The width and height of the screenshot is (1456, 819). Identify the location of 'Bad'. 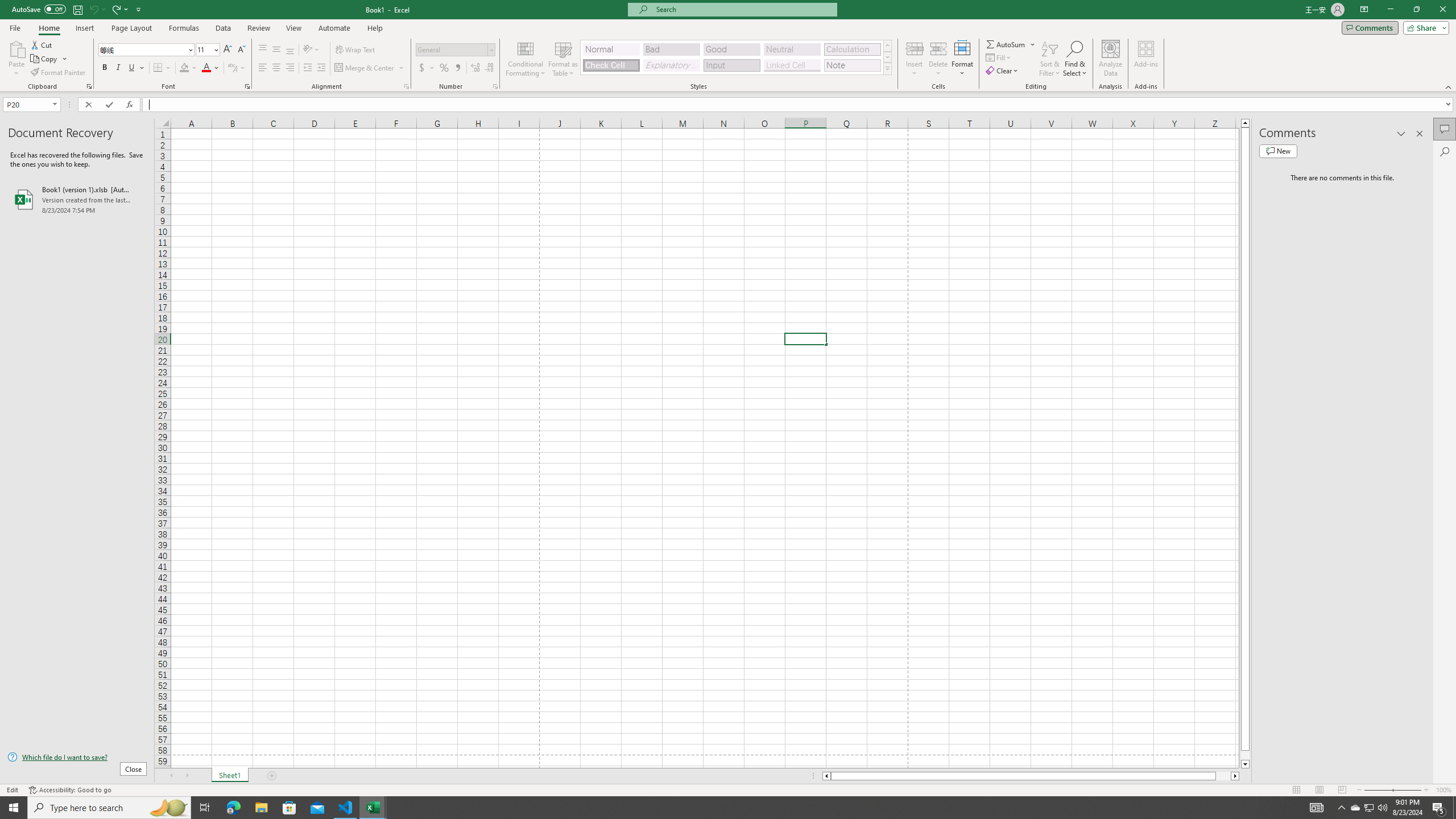
(672, 49).